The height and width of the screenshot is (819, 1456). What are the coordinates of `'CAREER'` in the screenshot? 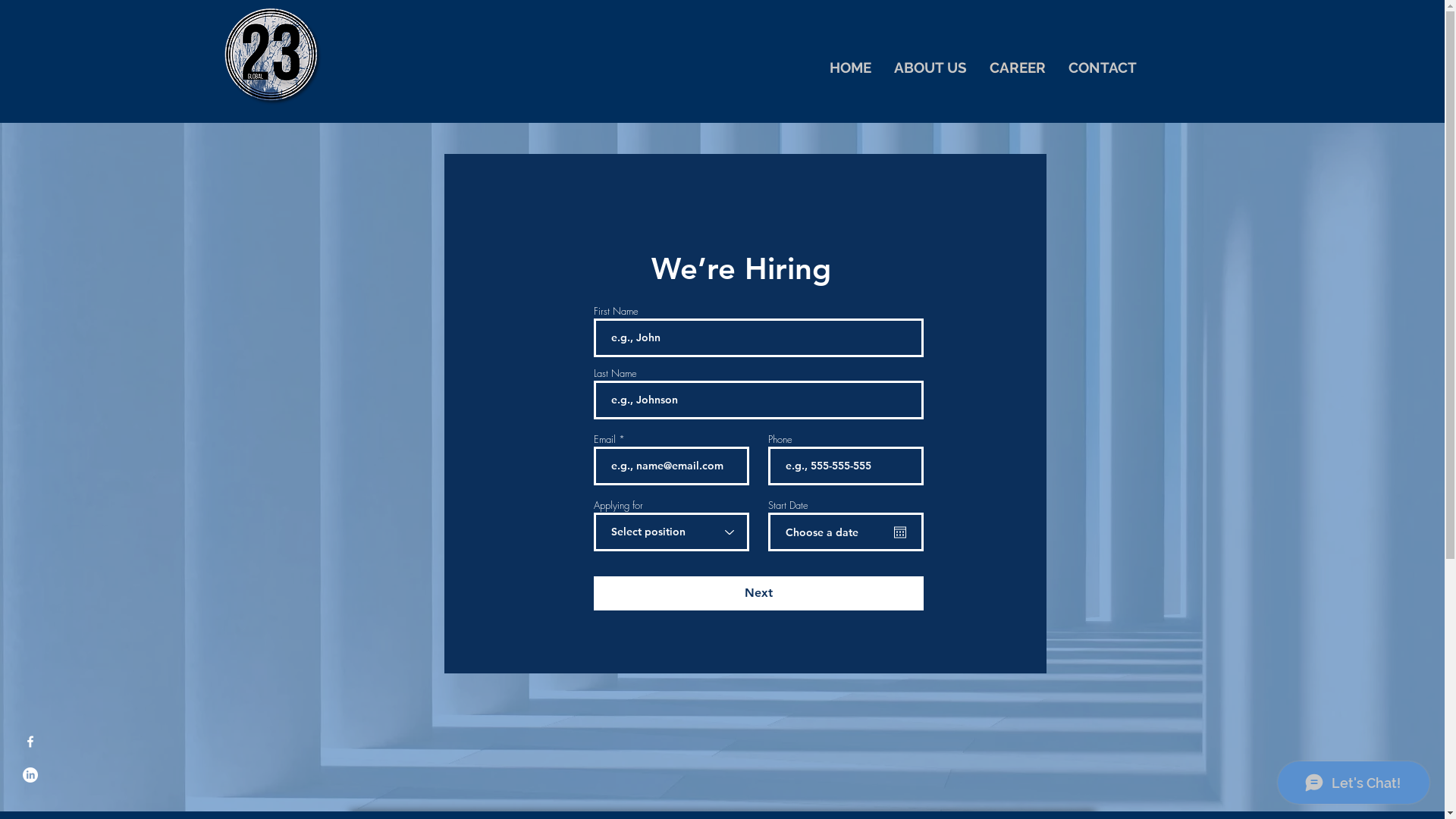 It's located at (1018, 66).